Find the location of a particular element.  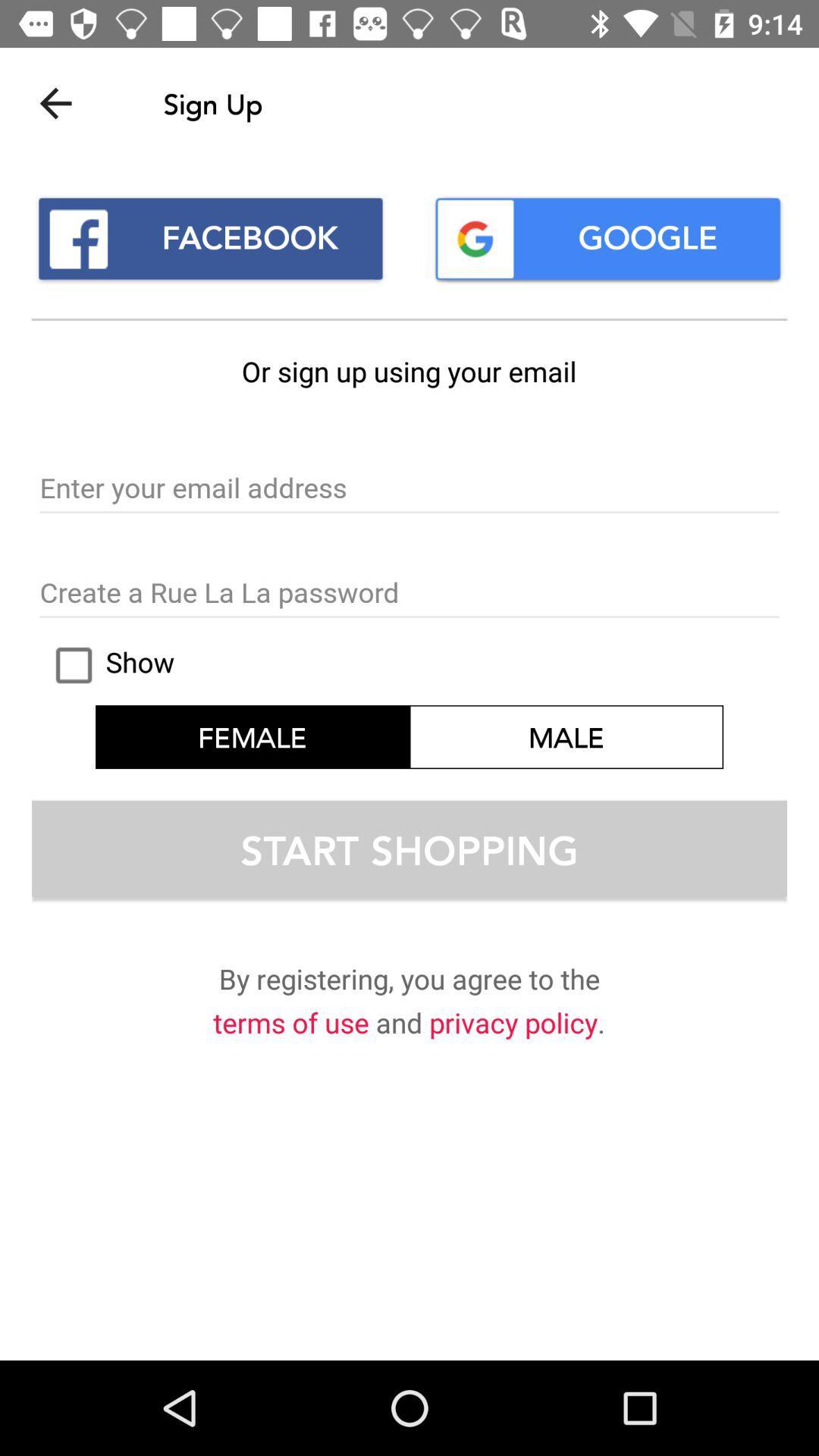

facebook icon is located at coordinates (210, 238).